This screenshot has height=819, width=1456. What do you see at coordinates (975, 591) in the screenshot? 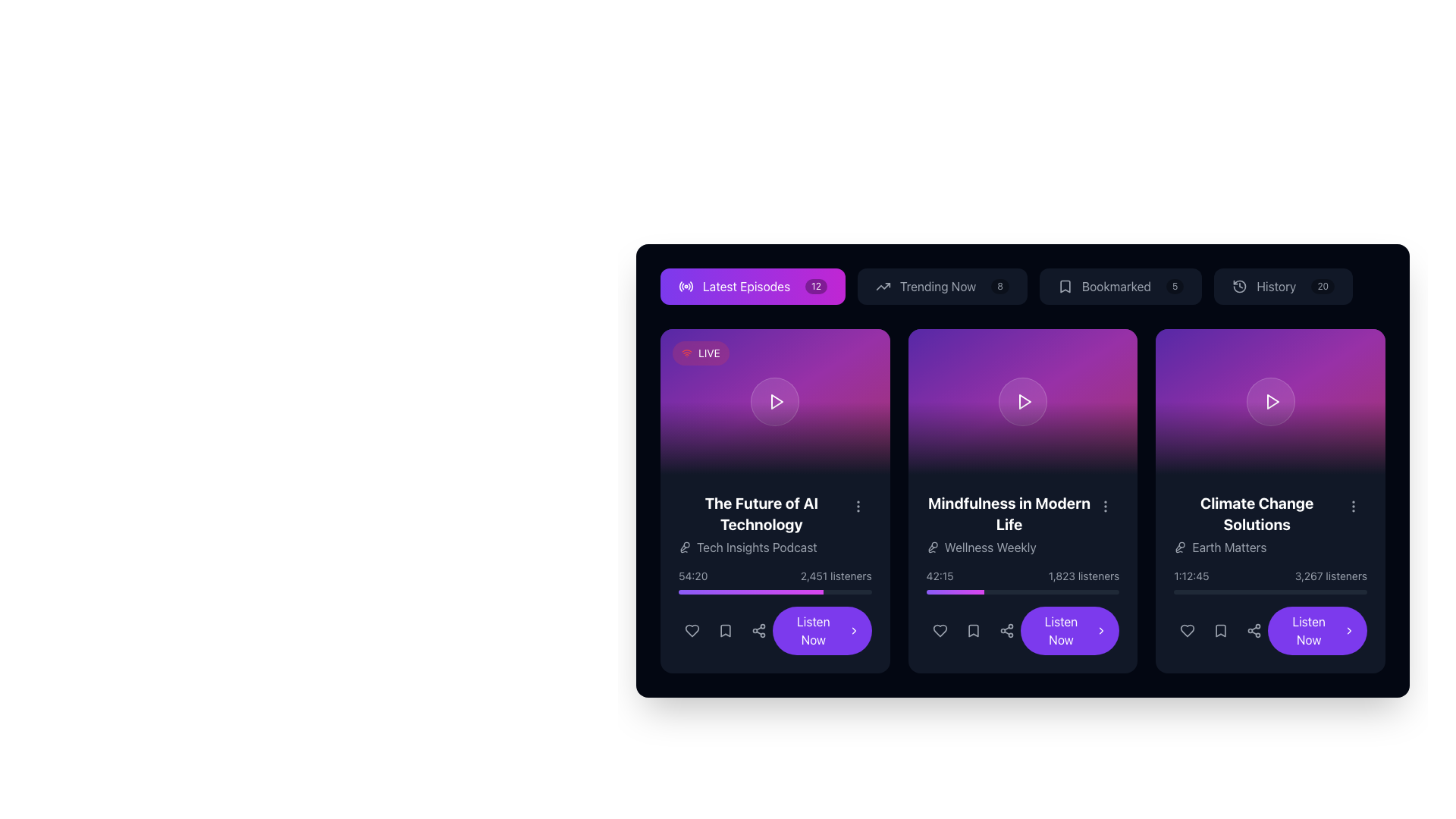
I see `progress` at bounding box center [975, 591].